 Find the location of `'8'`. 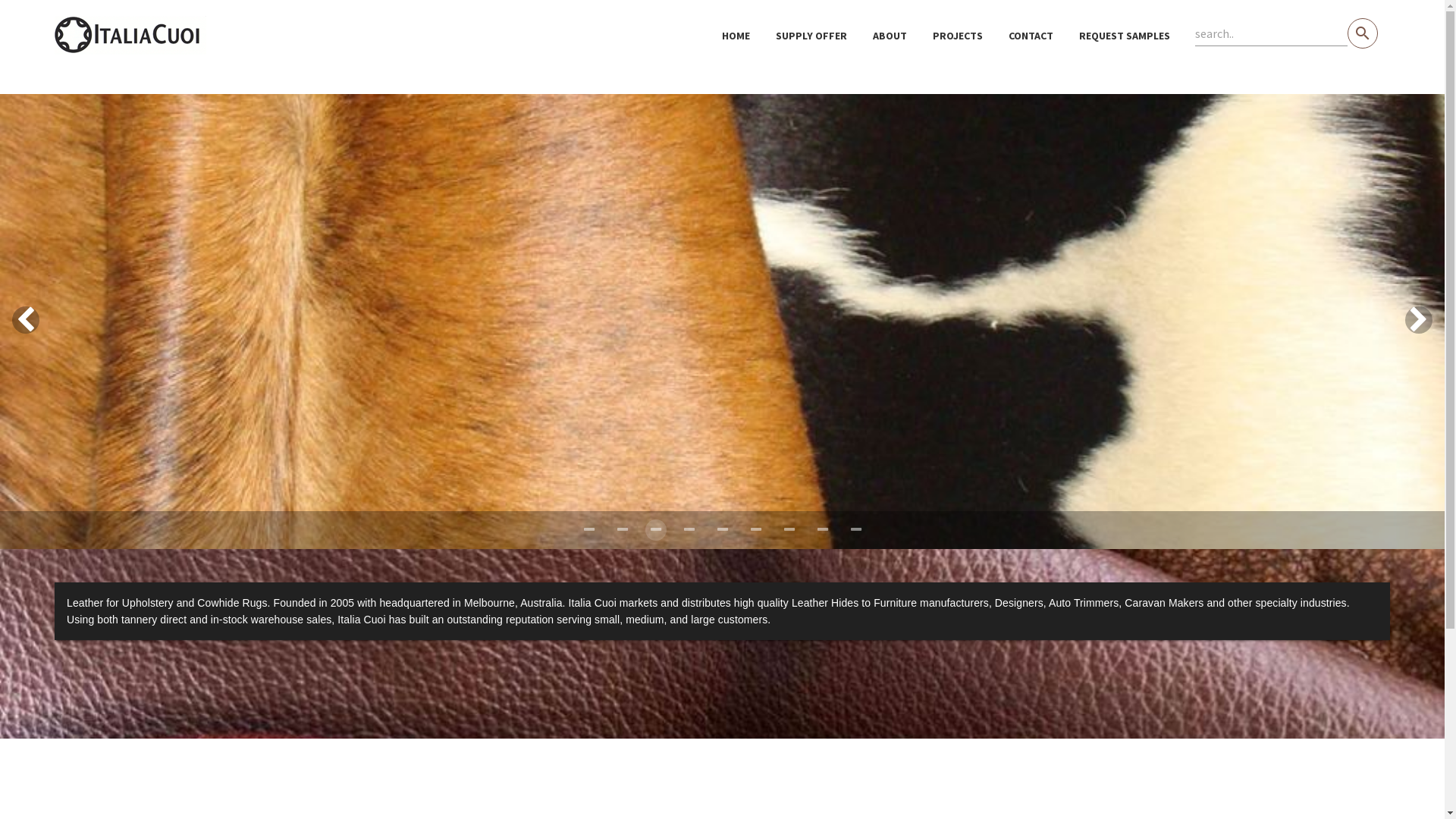

'8' is located at coordinates (855, 529).